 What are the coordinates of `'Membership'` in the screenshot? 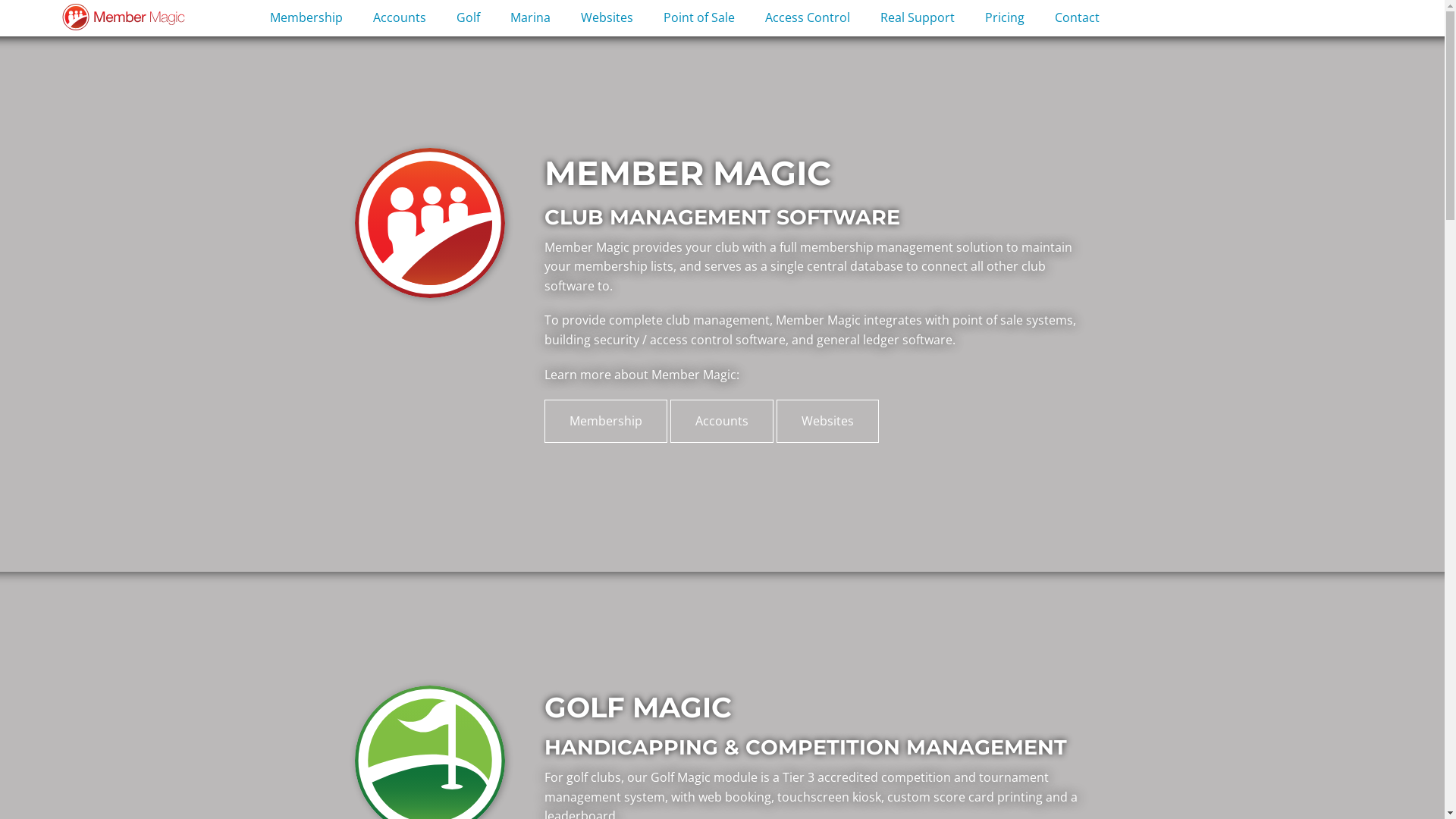 It's located at (544, 421).